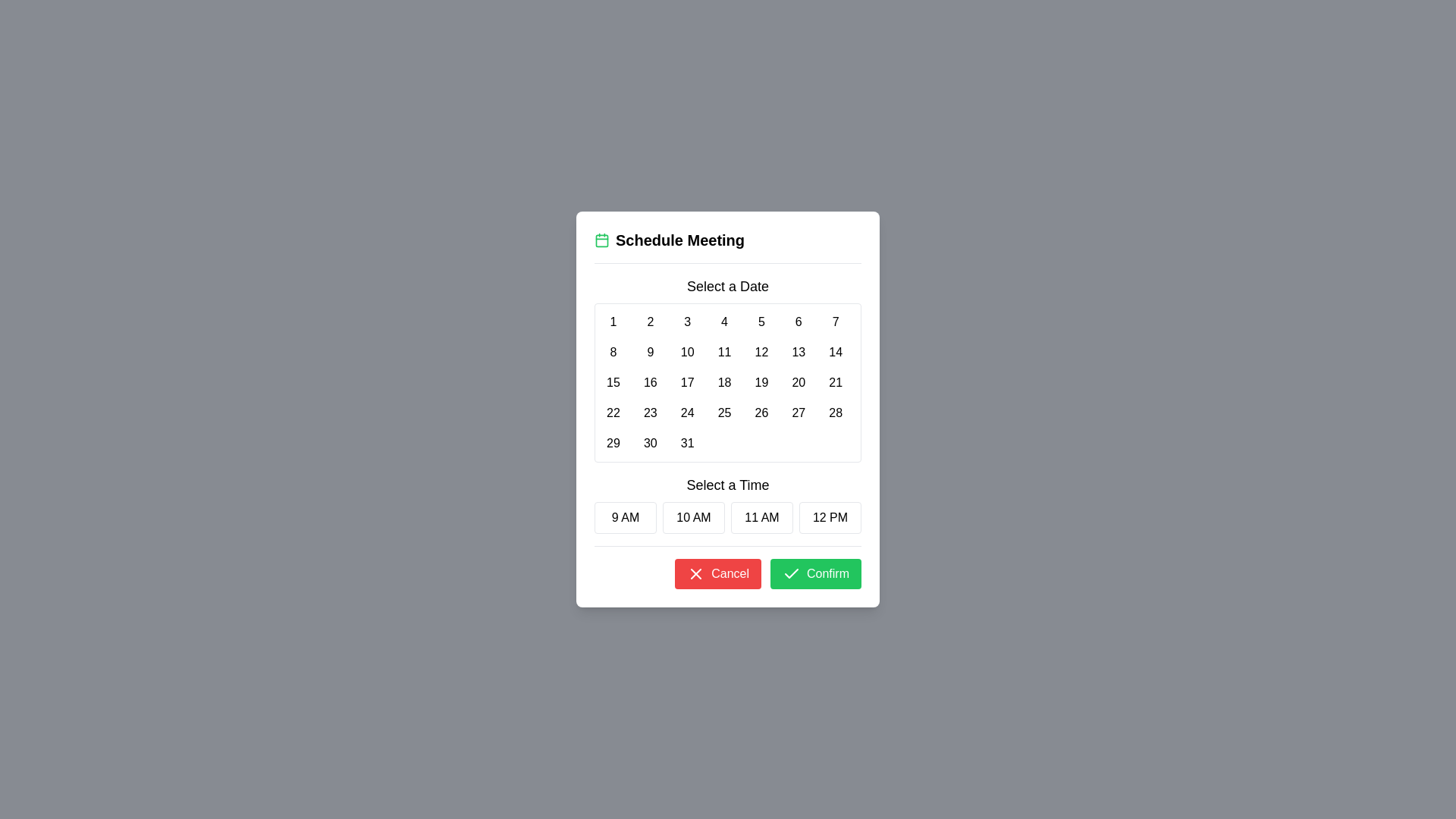 The height and width of the screenshot is (819, 1456). What do you see at coordinates (601, 239) in the screenshot?
I see `the scheduling icon located at the top-left corner of the modal window, directly left of the 'Schedule Meeting' text` at bounding box center [601, 239].